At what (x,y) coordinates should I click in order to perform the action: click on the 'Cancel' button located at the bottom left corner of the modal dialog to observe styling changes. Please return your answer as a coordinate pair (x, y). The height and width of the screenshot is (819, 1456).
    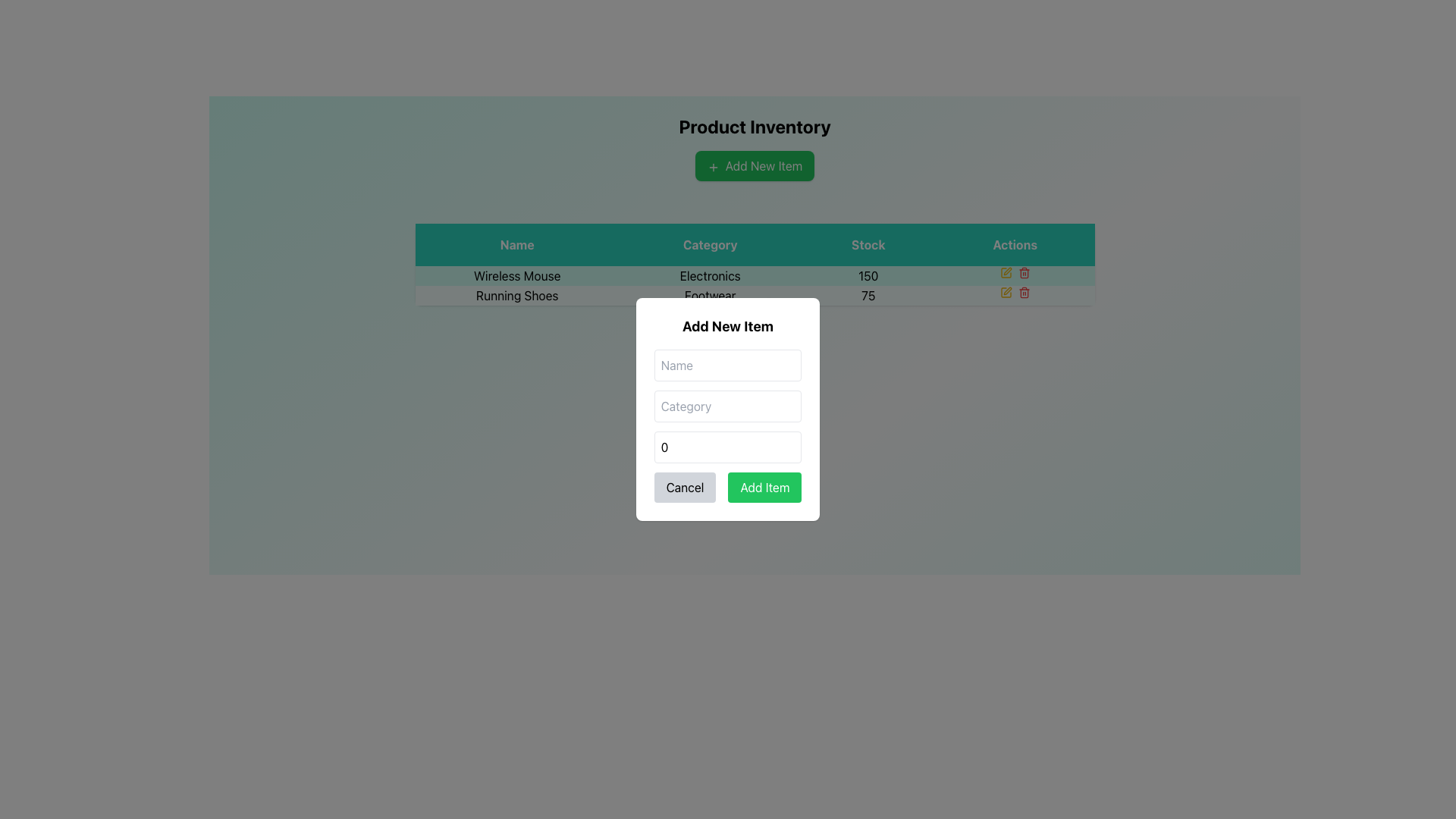
    Looking at the image, I should click on (684, 488).